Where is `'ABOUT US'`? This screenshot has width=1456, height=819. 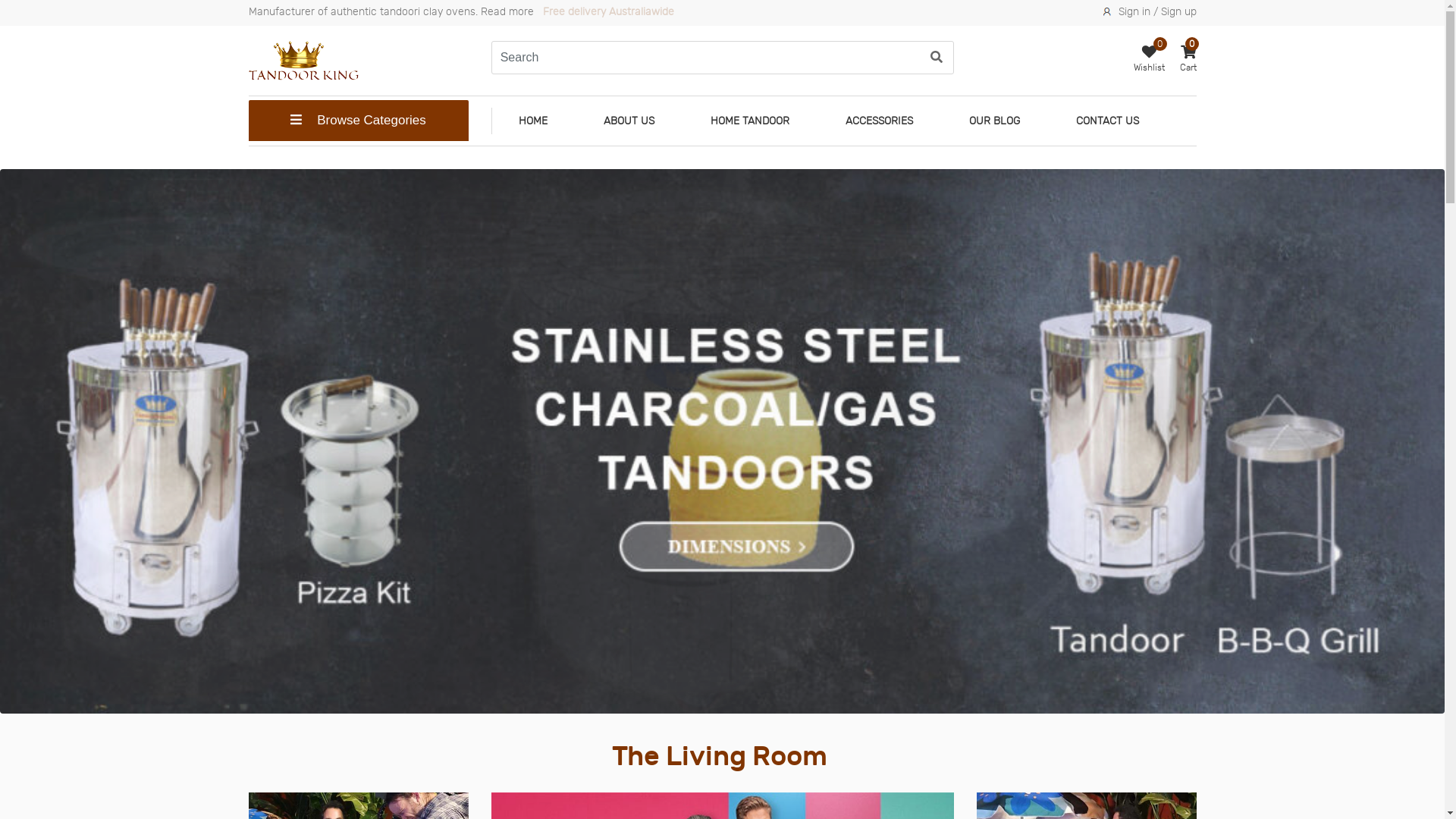 'ABOUT US' is located at coordinates (590, 120).